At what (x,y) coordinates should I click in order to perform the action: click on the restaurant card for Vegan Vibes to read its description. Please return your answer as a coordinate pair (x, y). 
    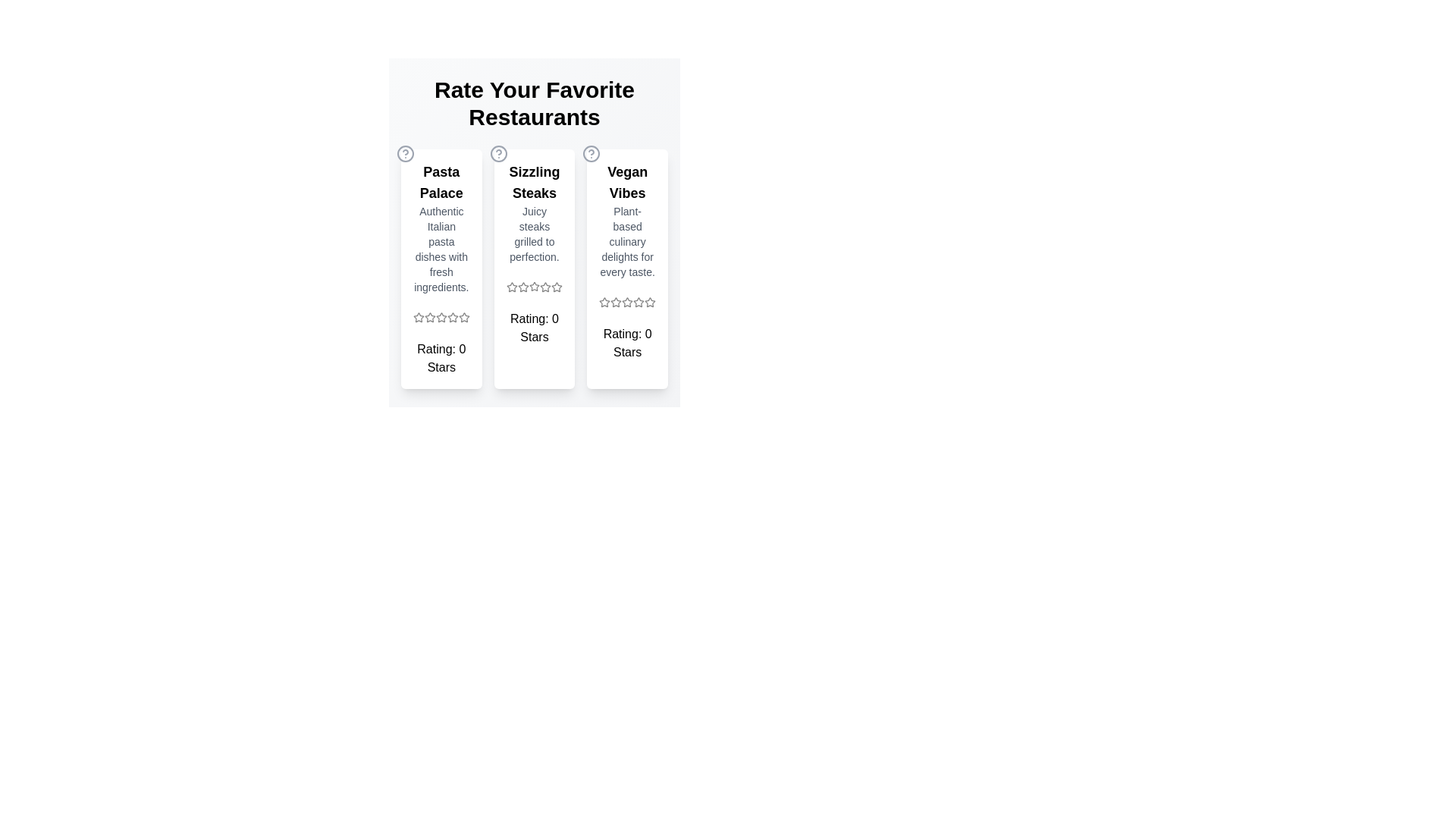
    Looking at the image, I should click on (626, 268).